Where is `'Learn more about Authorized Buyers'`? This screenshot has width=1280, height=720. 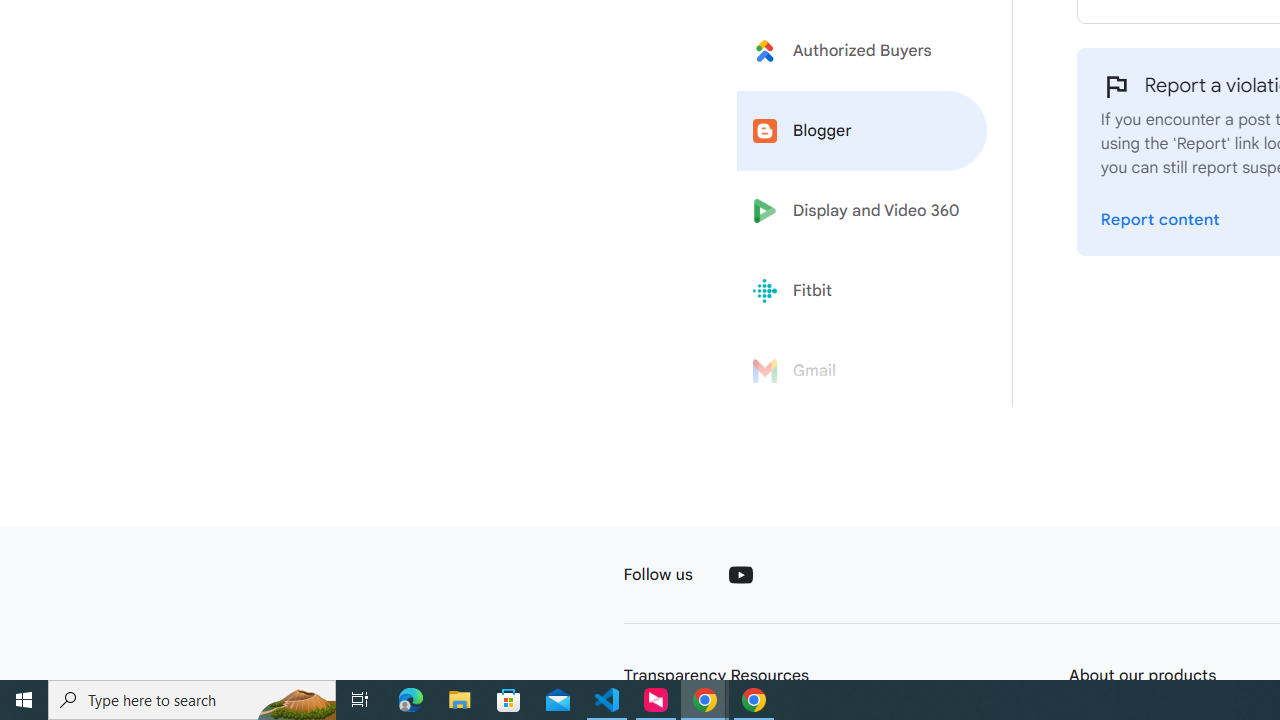
'Learn more about Authorized Buyers' is located at coordinates (862, 49).